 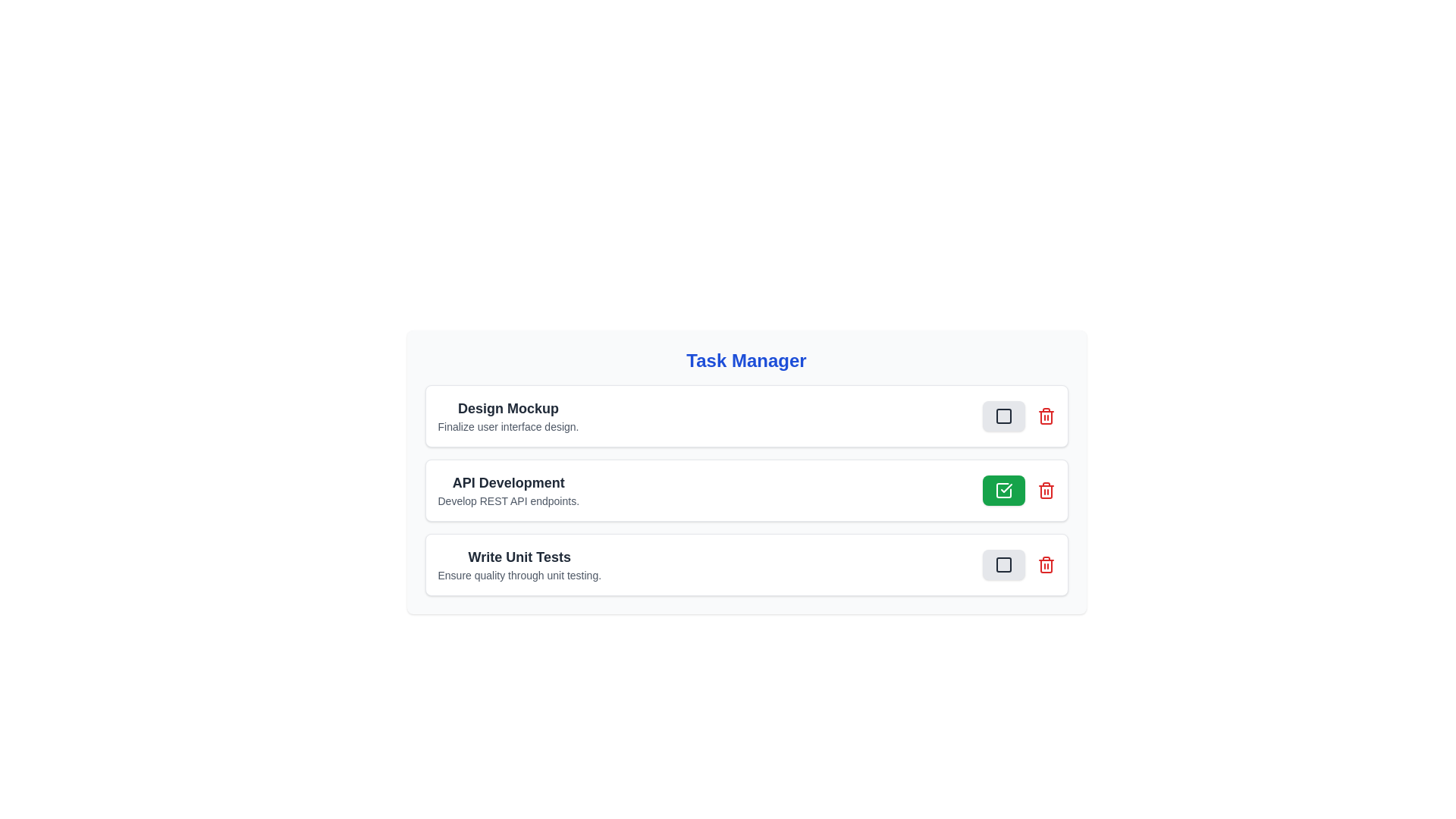 I want to click on text from the text label that says 'Ensure quality through unit testing.', located below the title 'Write Unit Tests' in the task management interface, so click(x=519, y=576).